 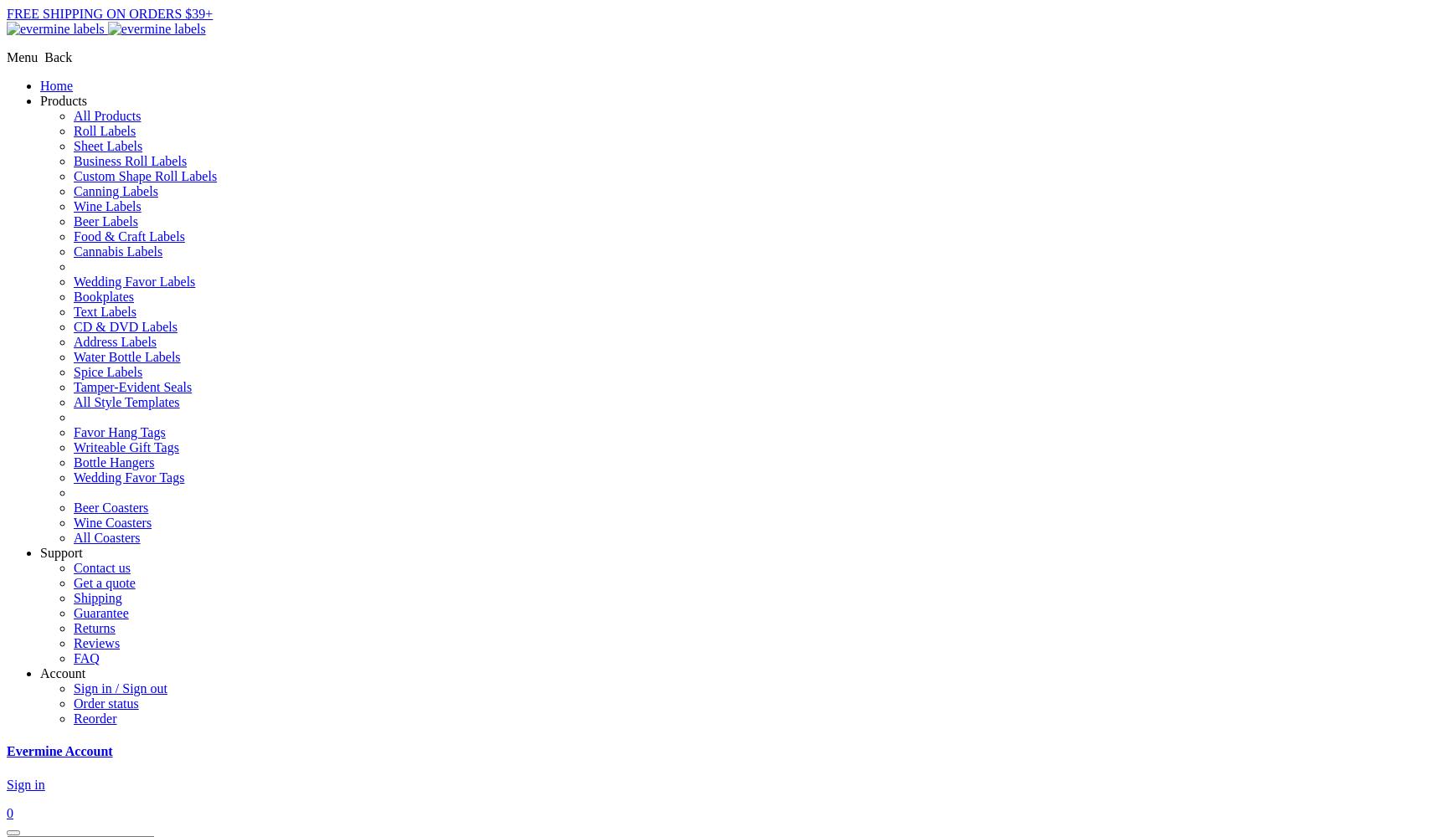 What do you see at coordinates (101, 567) in the screenshot?
I see `'Contact us'` at bounding box center [101, 567].